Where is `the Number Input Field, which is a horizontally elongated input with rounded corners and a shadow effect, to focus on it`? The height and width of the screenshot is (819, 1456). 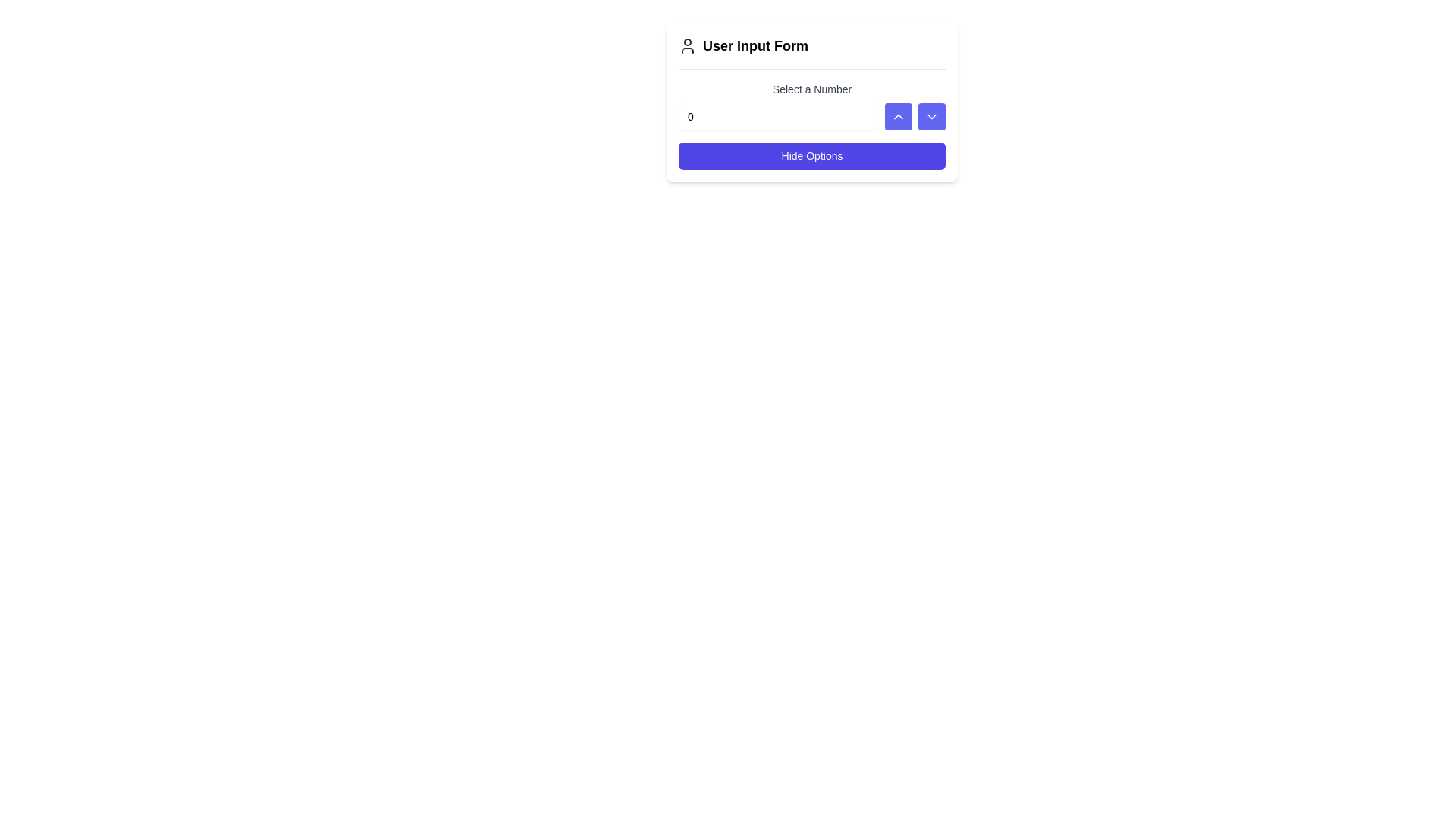
the Number Input Field, which is a horizontally elongated input with rounded corners and a shadow effect, to focus on it is located at coordinates (779, 116).